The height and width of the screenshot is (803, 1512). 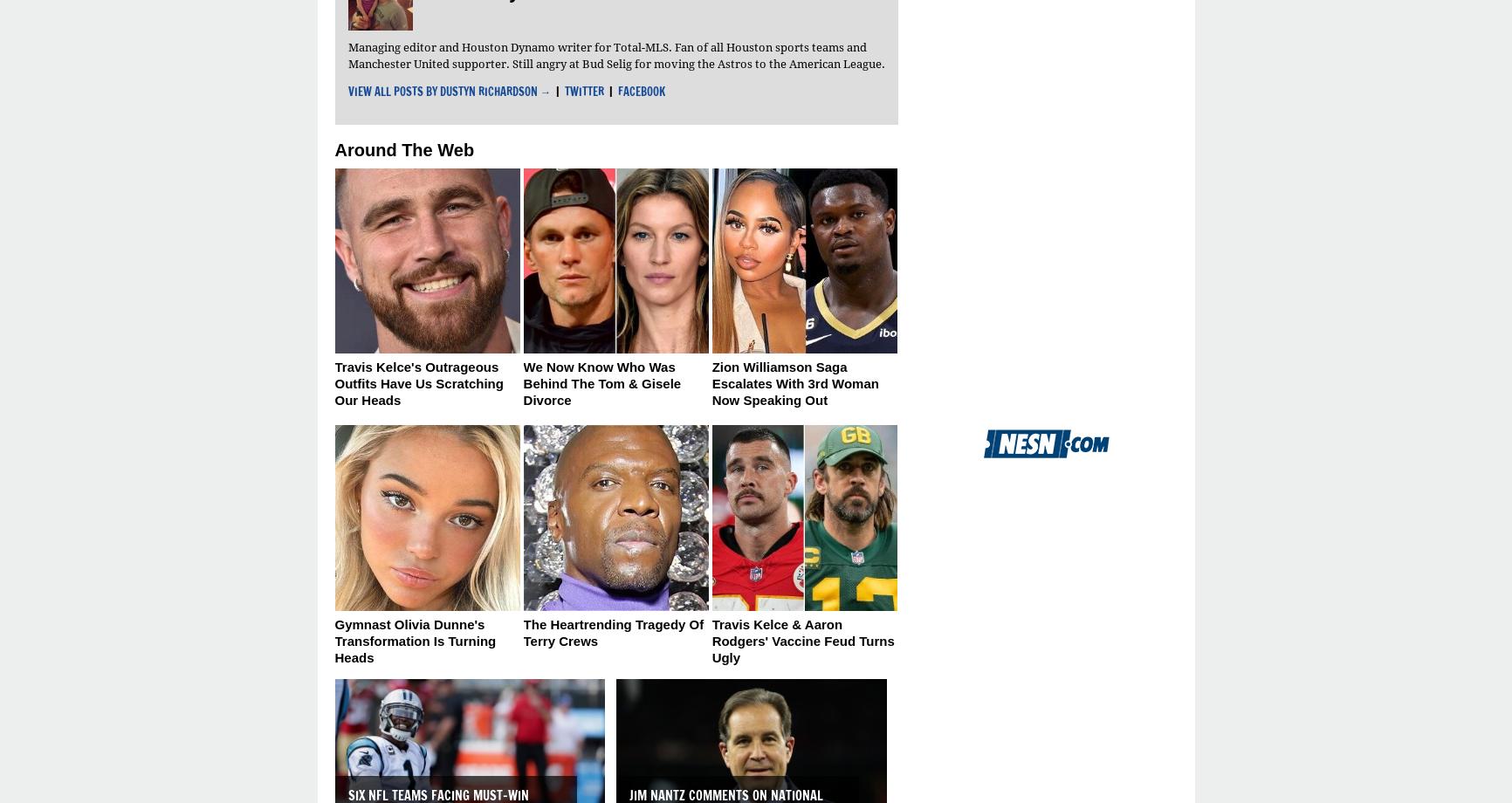 I want to click on 'The Heartrending Tragedy Of Terry Crews', so click(x=522, y=632).